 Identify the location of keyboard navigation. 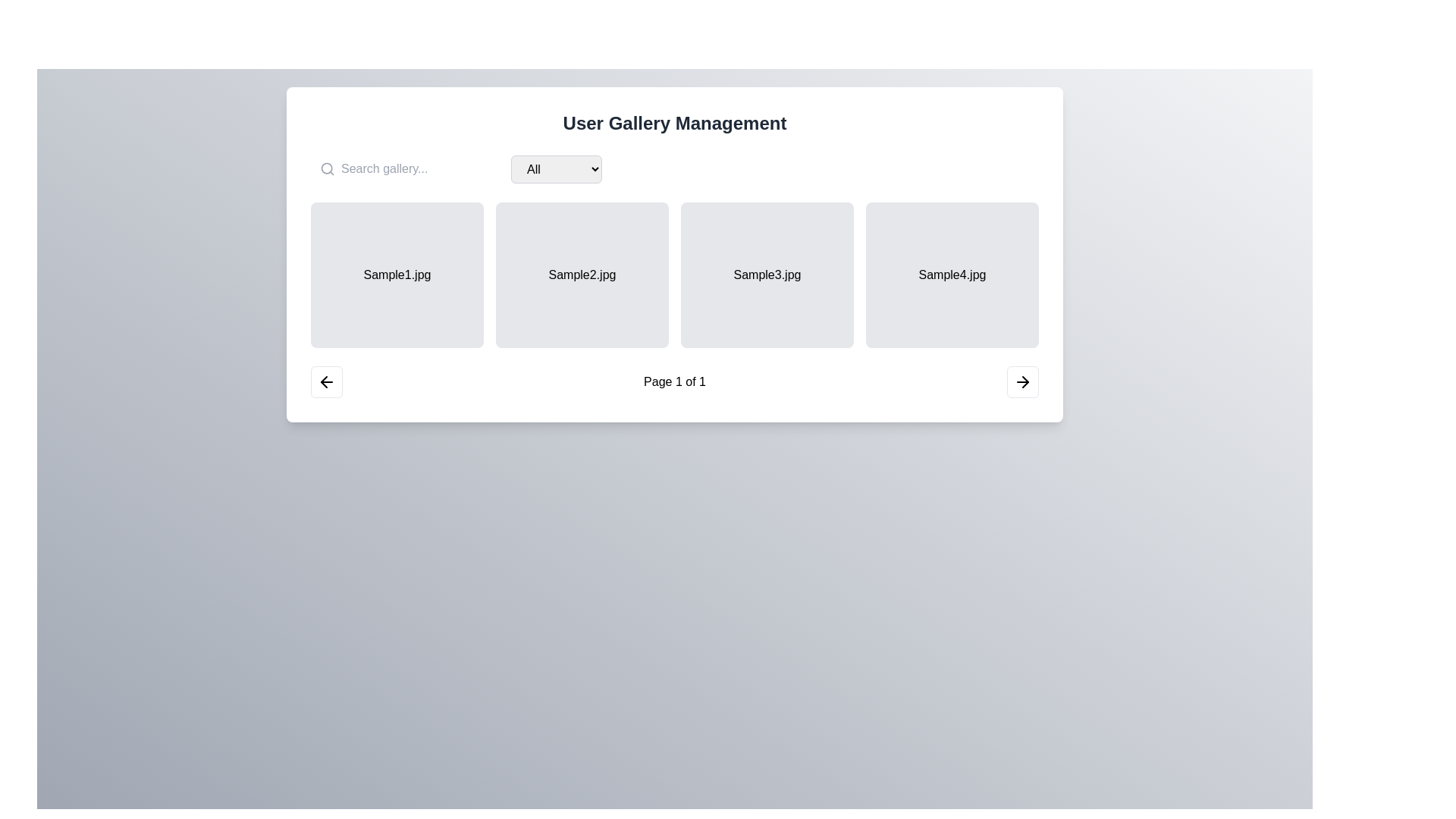
(556, 169).